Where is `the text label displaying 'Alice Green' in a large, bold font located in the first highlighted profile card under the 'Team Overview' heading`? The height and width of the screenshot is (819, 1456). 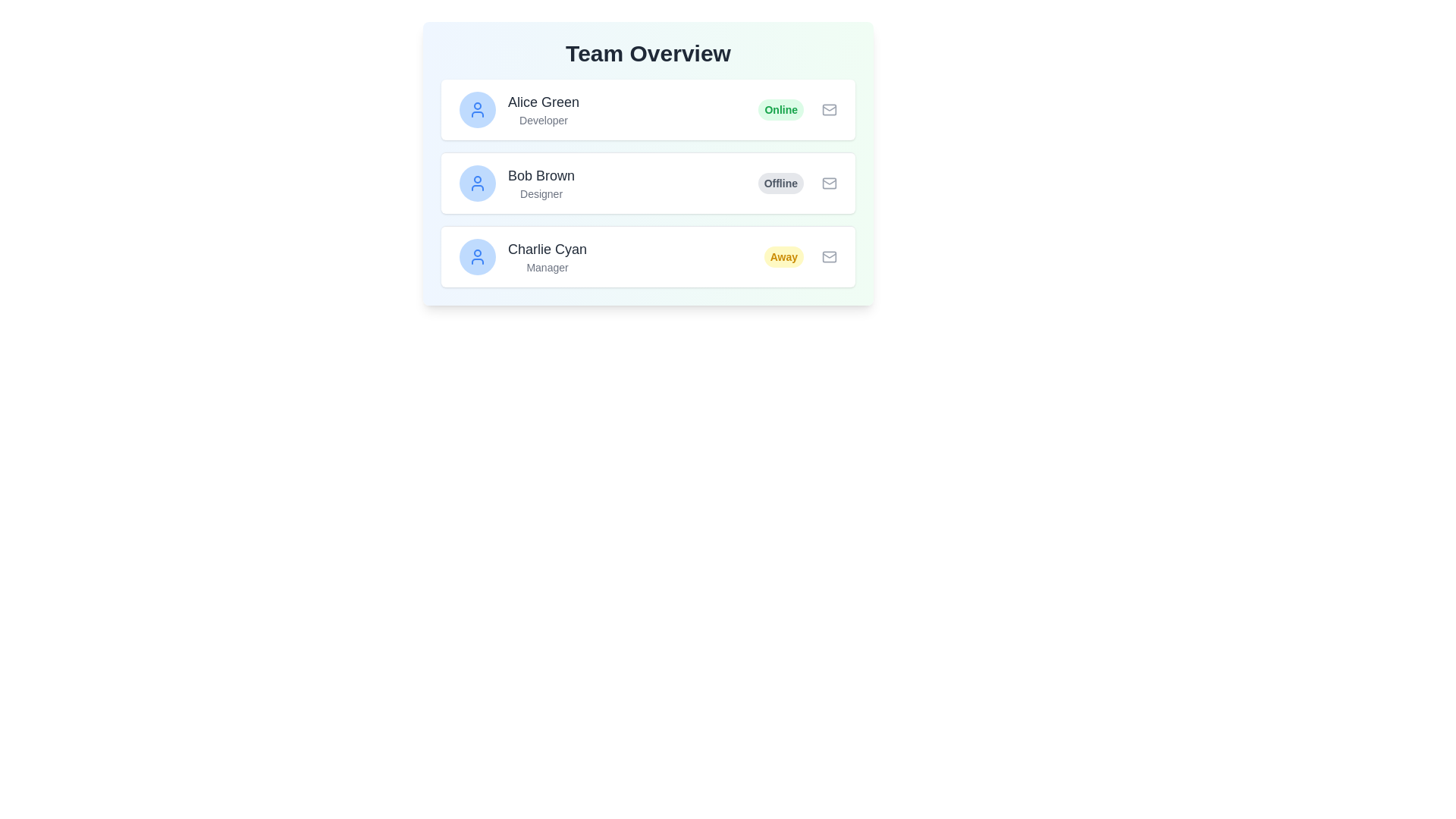
the text label displaying 'Alice Green' in a large, bold font located in the first highlighted profile card under the 'Team Overview' heading is located at coordinates (543, 102).